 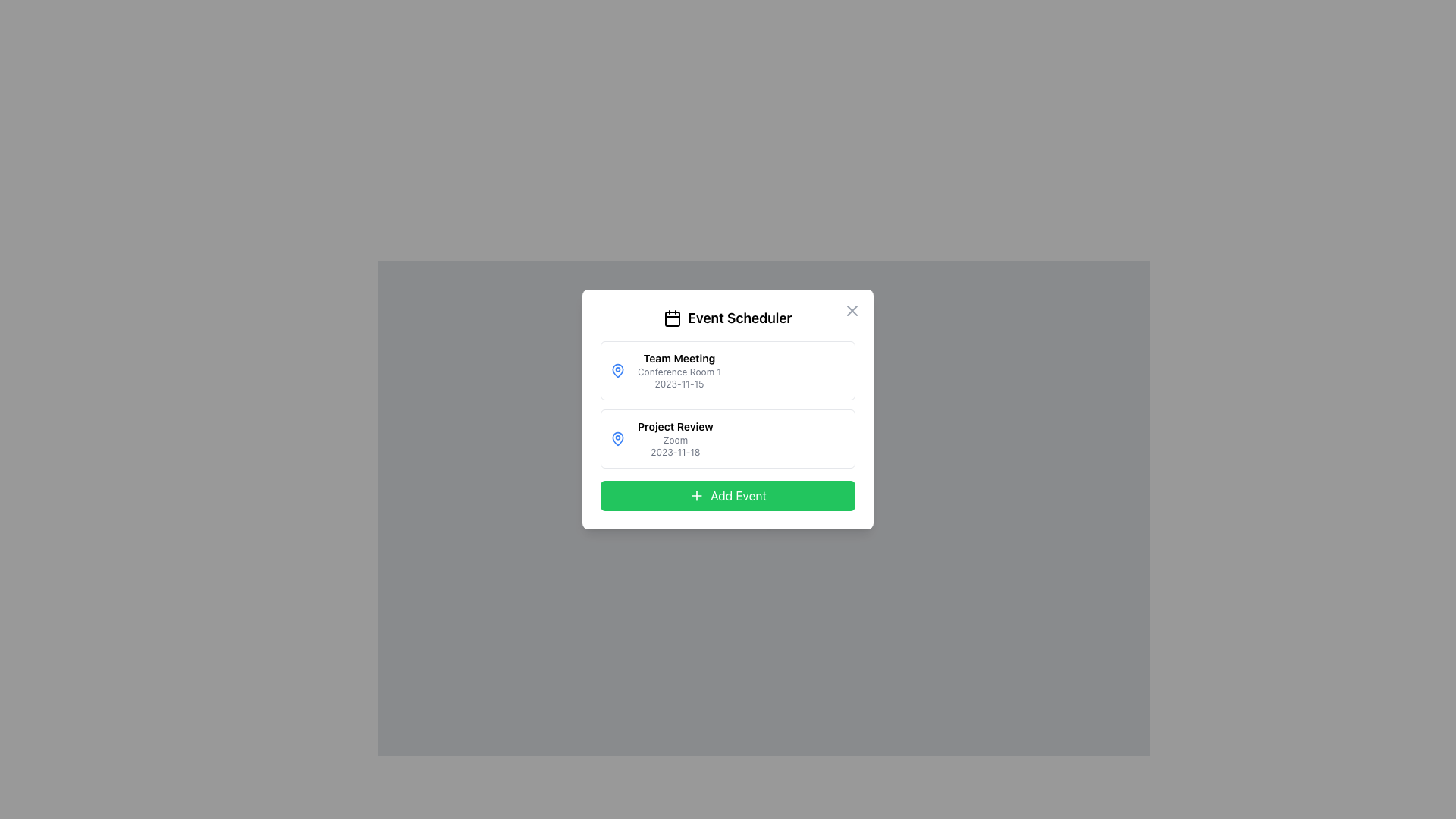 What do you see at coordinates (674, 438) in the screenshot?
I see `the 'Project Review' informational block` at bounding box center [674, 438].